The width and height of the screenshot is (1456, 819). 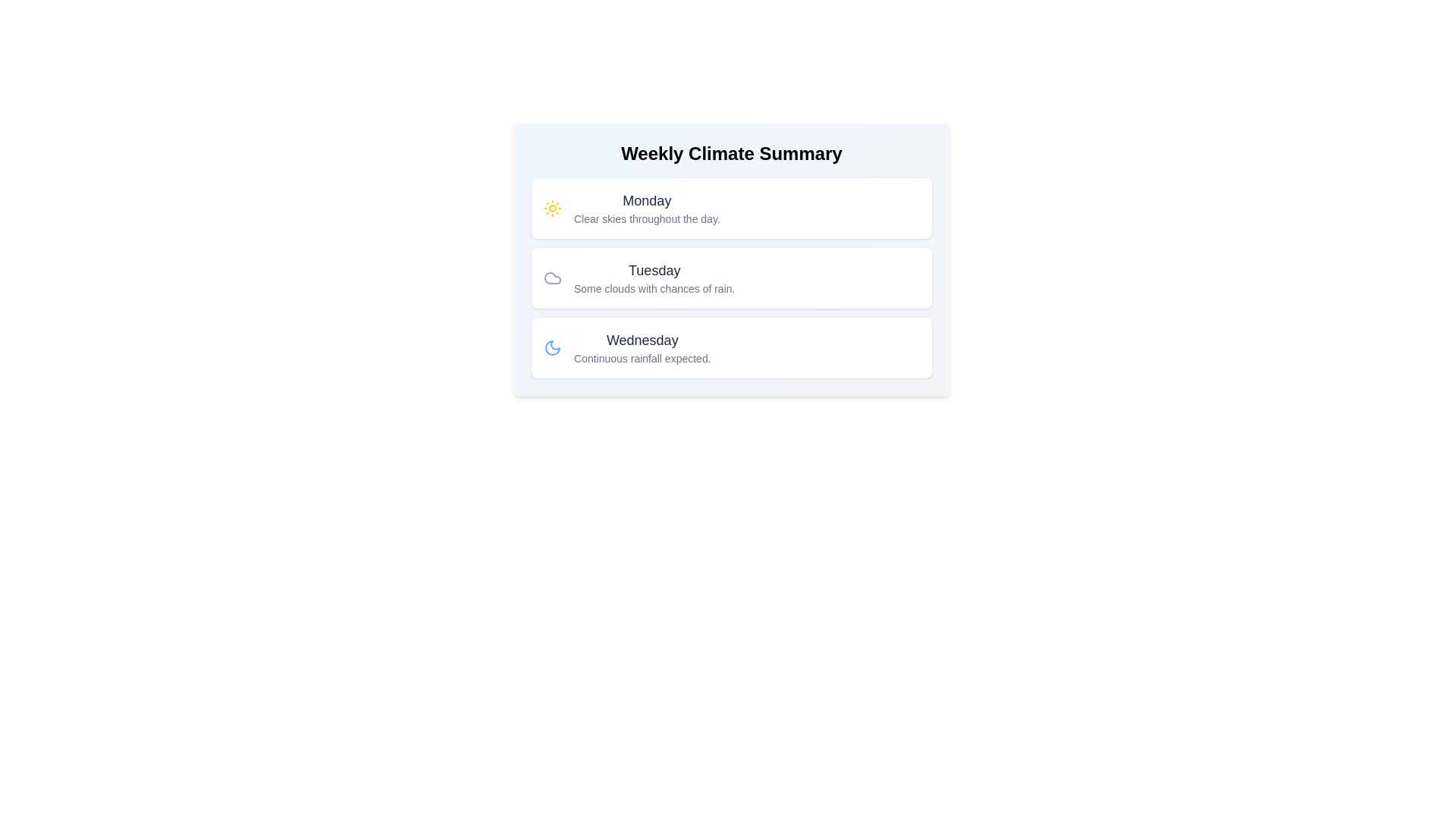 What do you see at coordinates (731, 348) in the screenshot?
I see `the record for Wednesday` at bounding box center [731, 348].